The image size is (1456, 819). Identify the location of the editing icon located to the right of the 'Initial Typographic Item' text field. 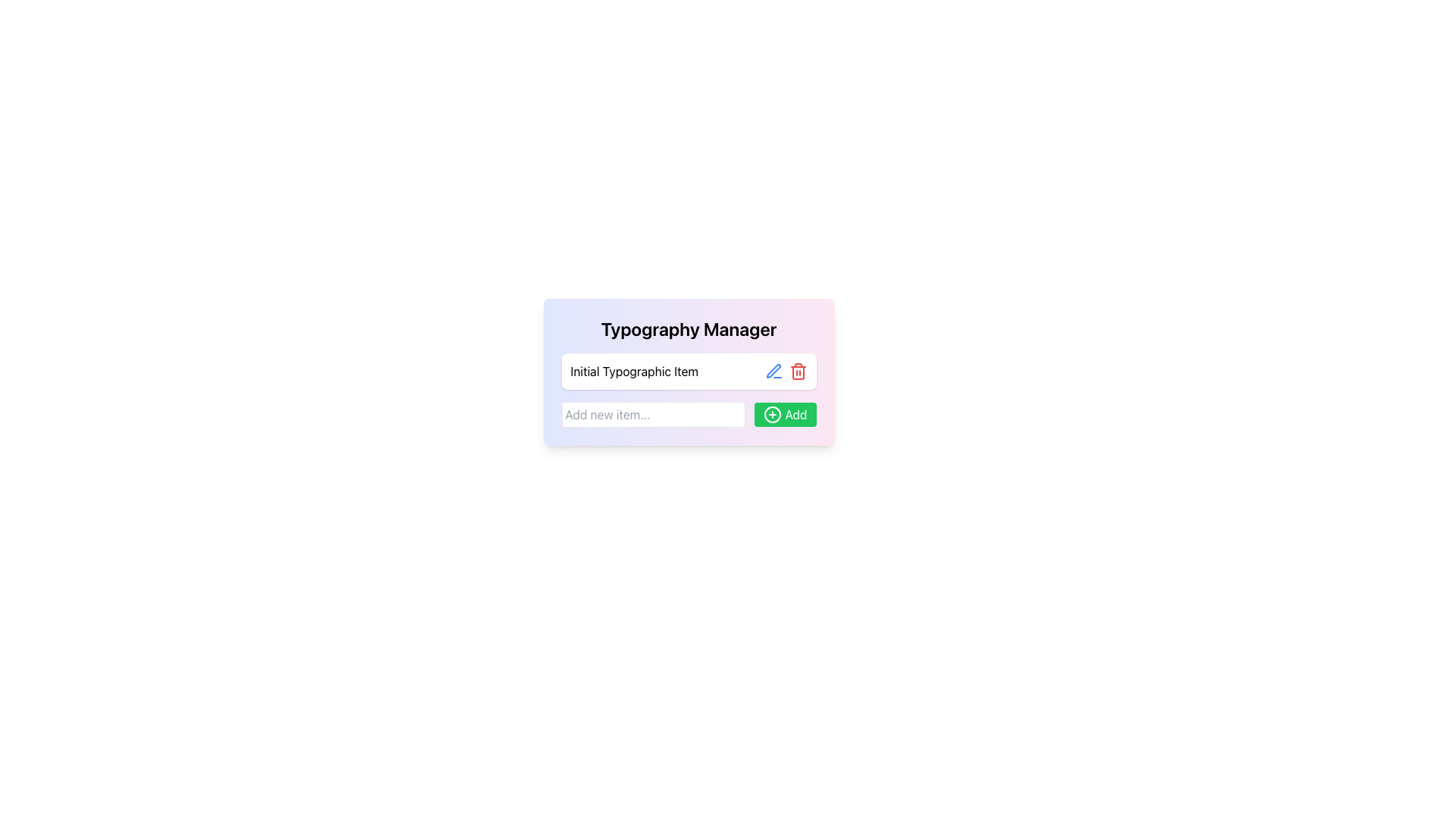
(773, 371).